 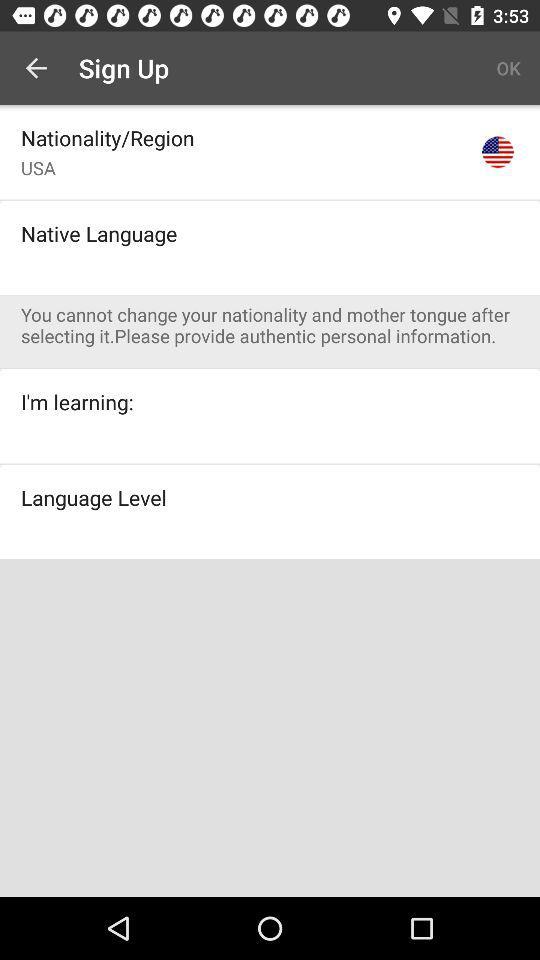 What do you see at coordinates (496, 151) in the screenshot?
I see `icon to the right of nationality/region item` at bounding box center [496, 151].